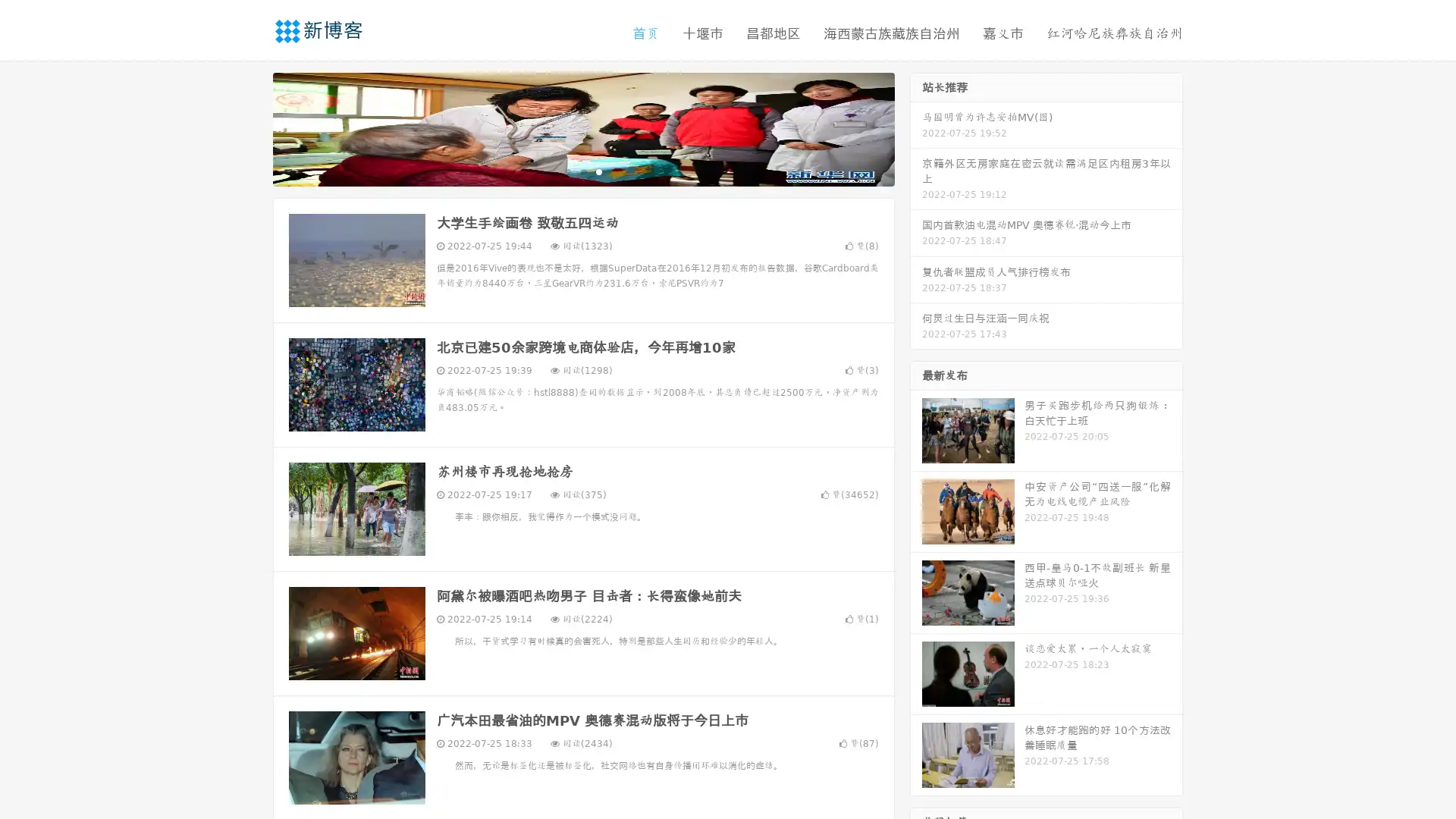 This screenshot has width=1456, height=819. What do you see at coordinates (582, 171) in the screenshot?
I see `Go to slide 2` at bounding box center [582, 171].